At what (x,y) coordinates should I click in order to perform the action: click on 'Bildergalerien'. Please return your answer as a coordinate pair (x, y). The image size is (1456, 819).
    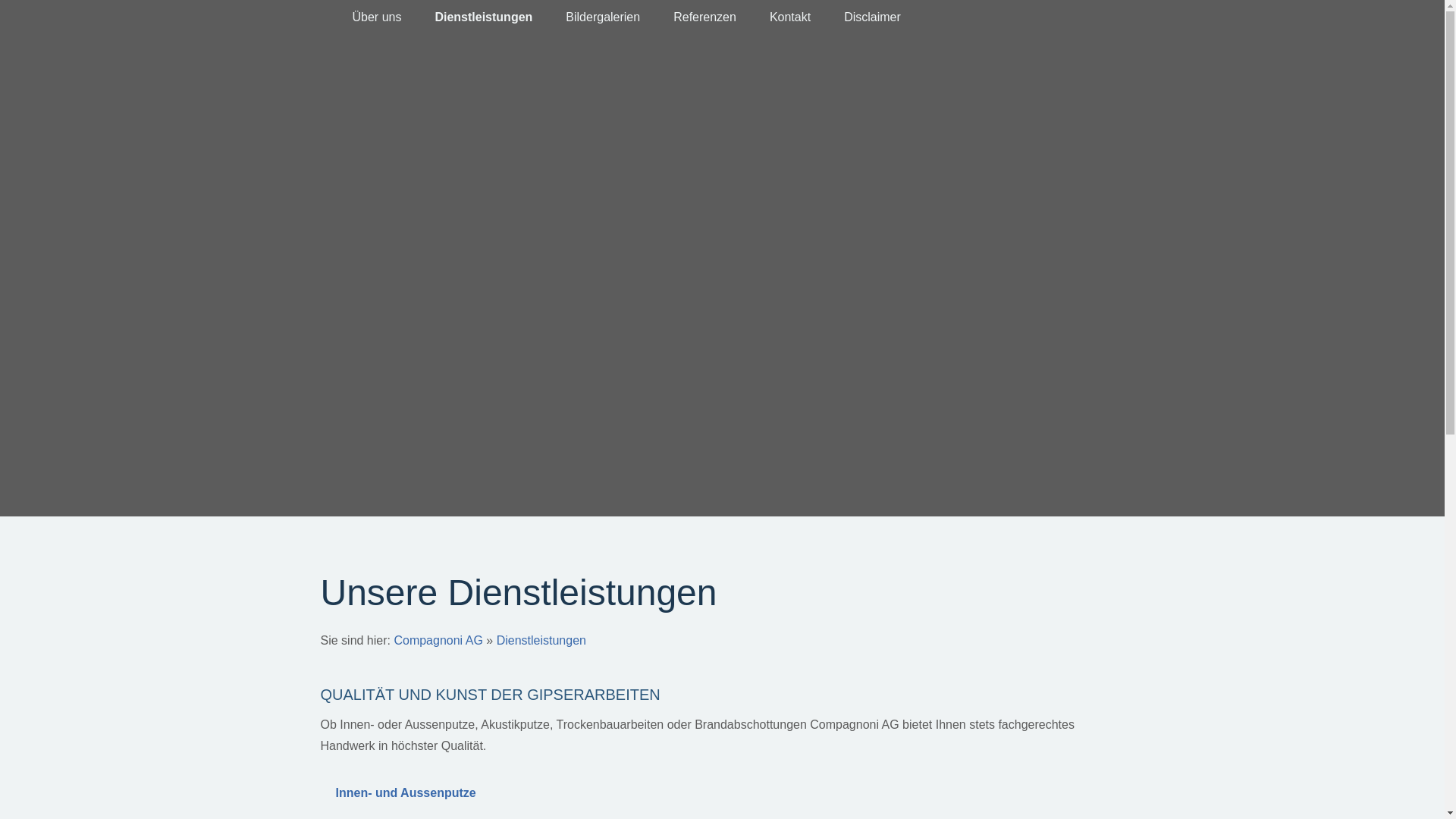
    Looking at the image, I should click on (602, 17).